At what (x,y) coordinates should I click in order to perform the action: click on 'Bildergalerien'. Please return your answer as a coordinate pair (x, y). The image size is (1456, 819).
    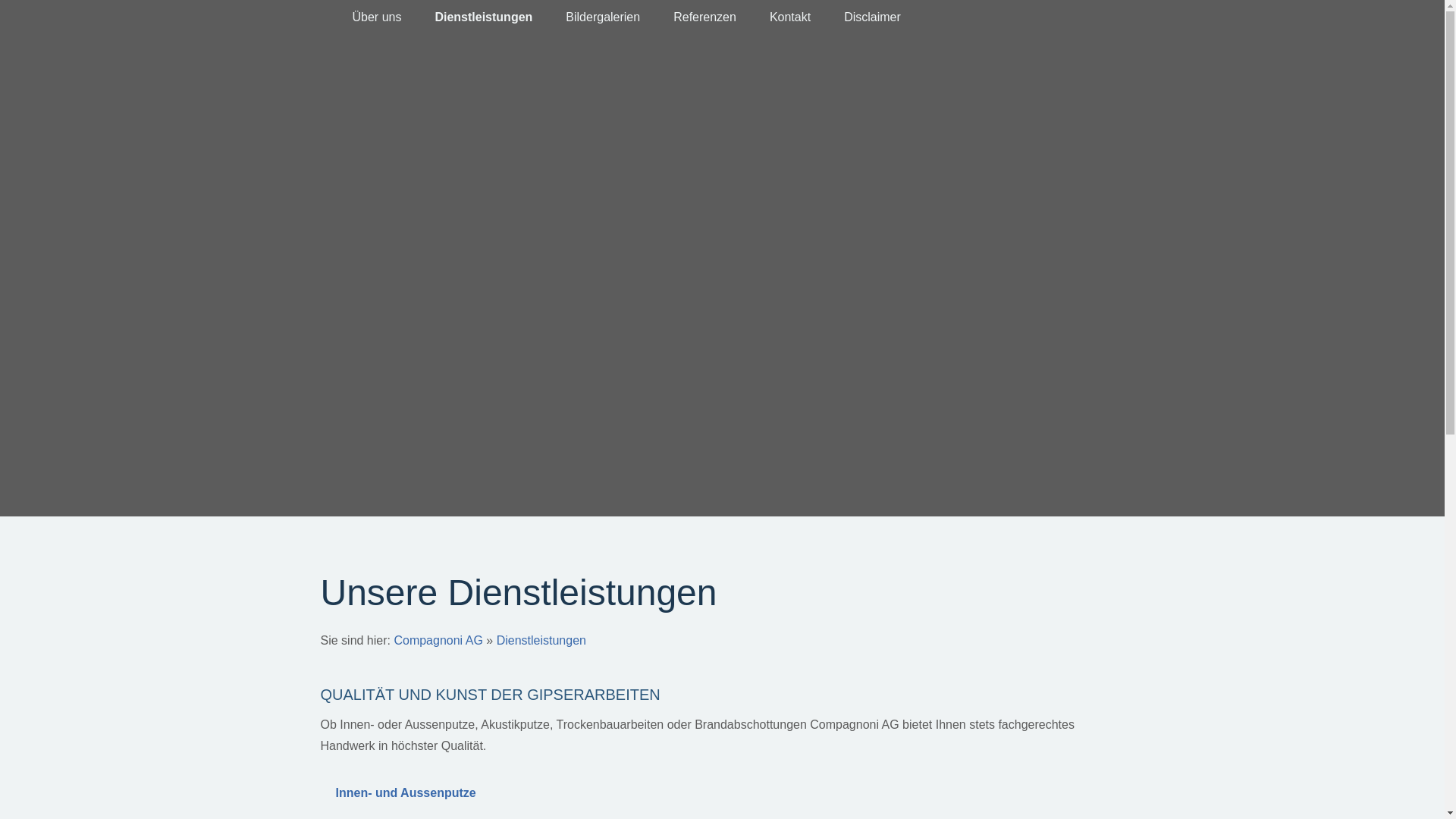
    Looking at the image, I should click on (602, 17).